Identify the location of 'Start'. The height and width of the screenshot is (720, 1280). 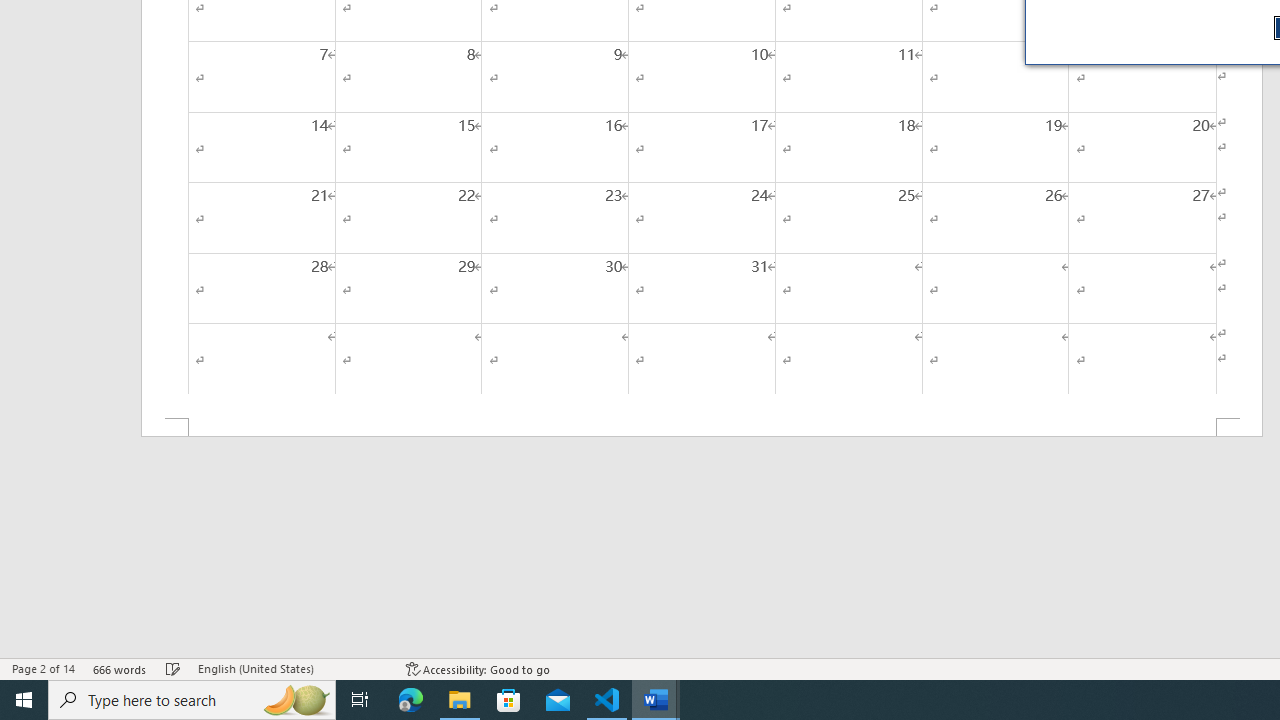
(24, 698).